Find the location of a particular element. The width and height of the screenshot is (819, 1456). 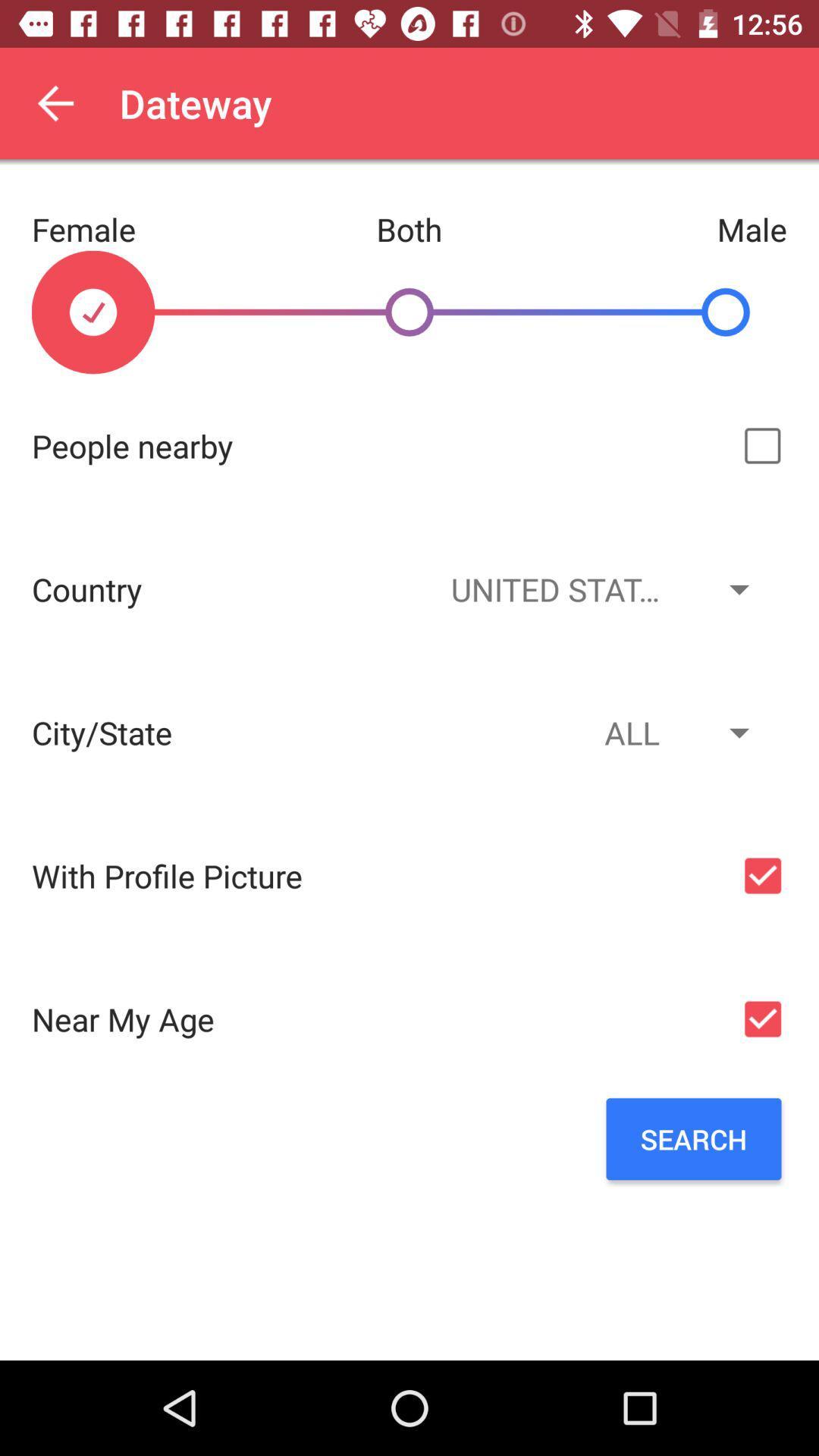

the text all is located at coordinates (598, 732).